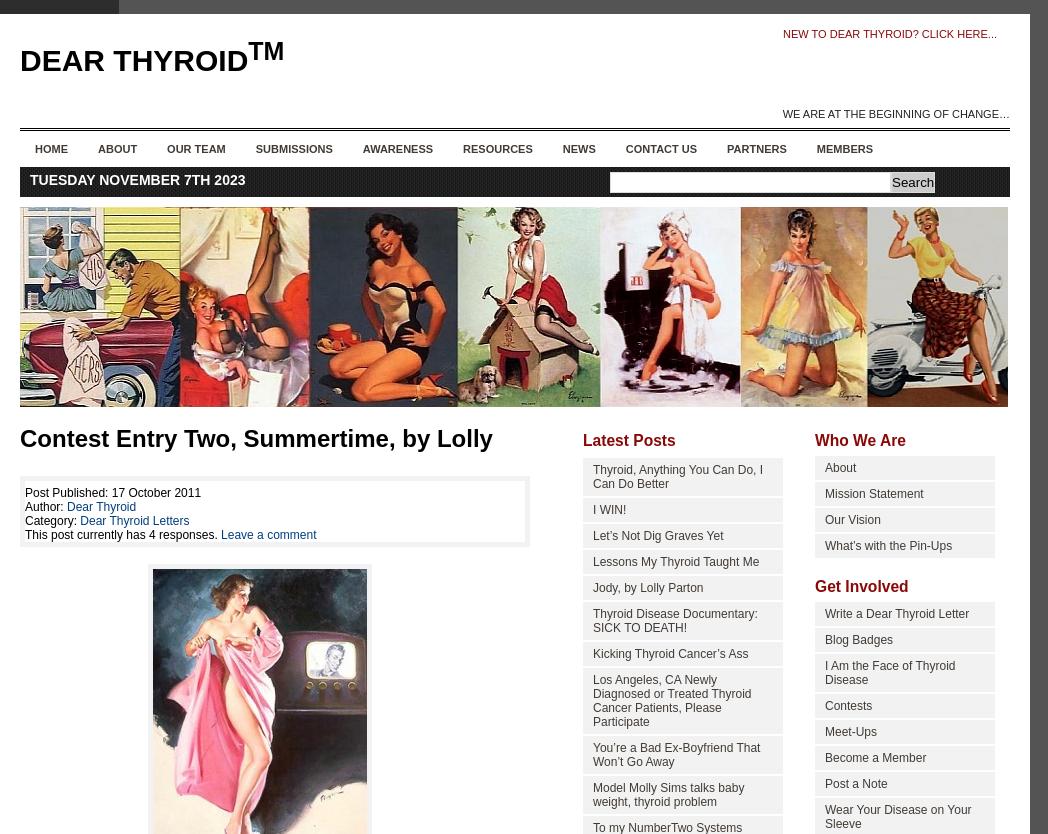  I want to click on 'TM', so click(247, 51).